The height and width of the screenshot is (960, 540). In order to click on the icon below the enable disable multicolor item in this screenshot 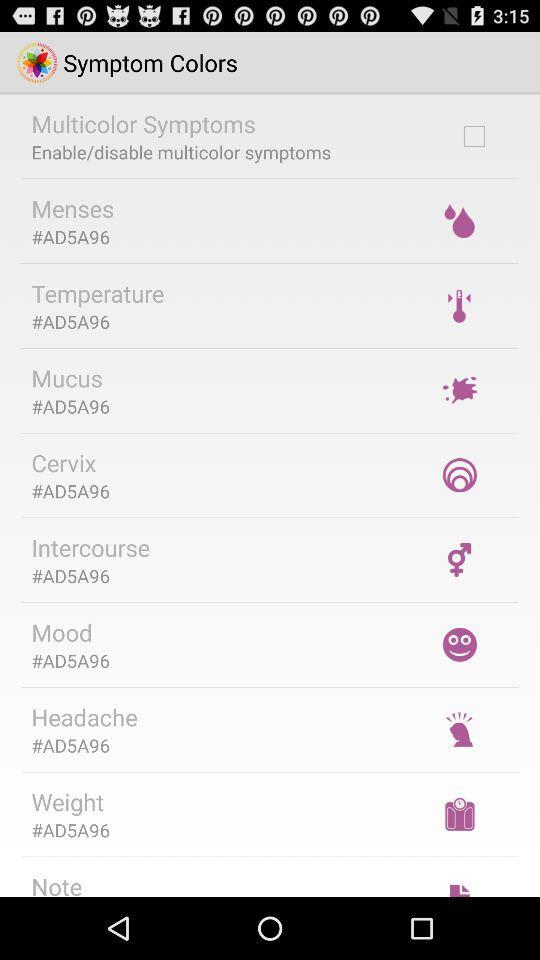, I will do `click(71, 208)`.